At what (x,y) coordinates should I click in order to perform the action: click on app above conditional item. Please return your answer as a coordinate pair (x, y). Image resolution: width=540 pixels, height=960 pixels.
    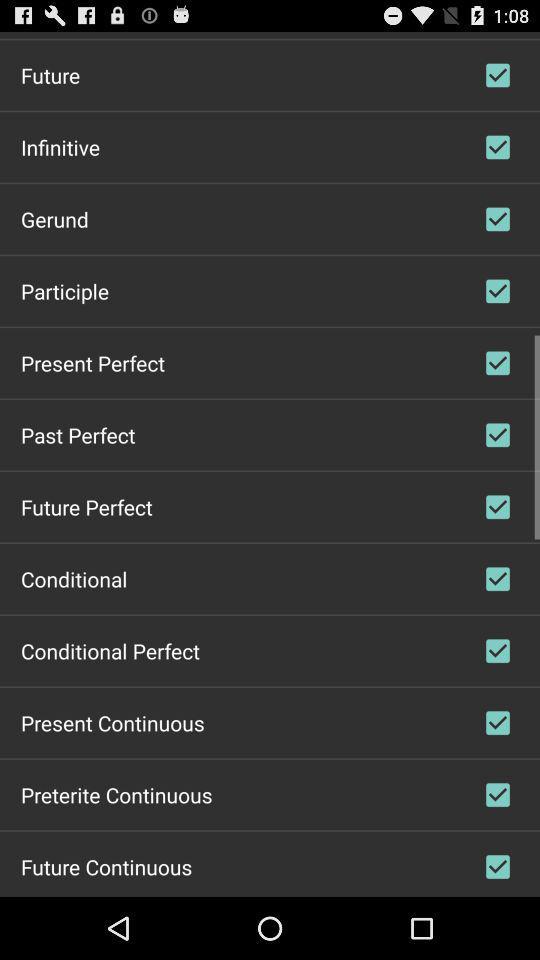
    Looking at the image, I should click on (85, 505).